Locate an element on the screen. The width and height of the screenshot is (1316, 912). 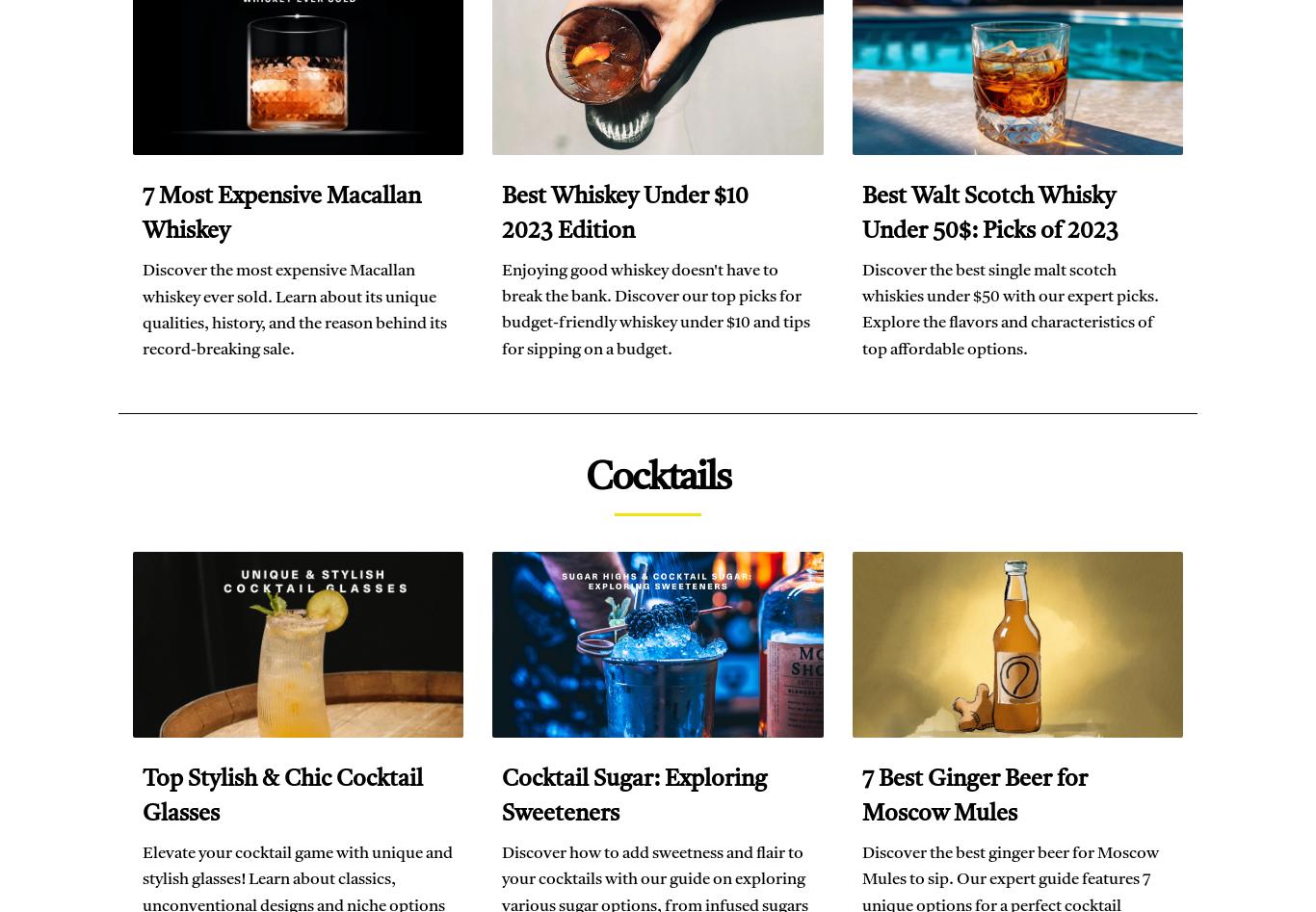
'Discover the best single malt scotch whiskies under $50 with our expert picks. Explore the flavors and characteristics of top affordable options.' is located at coordinates (1008, 308).